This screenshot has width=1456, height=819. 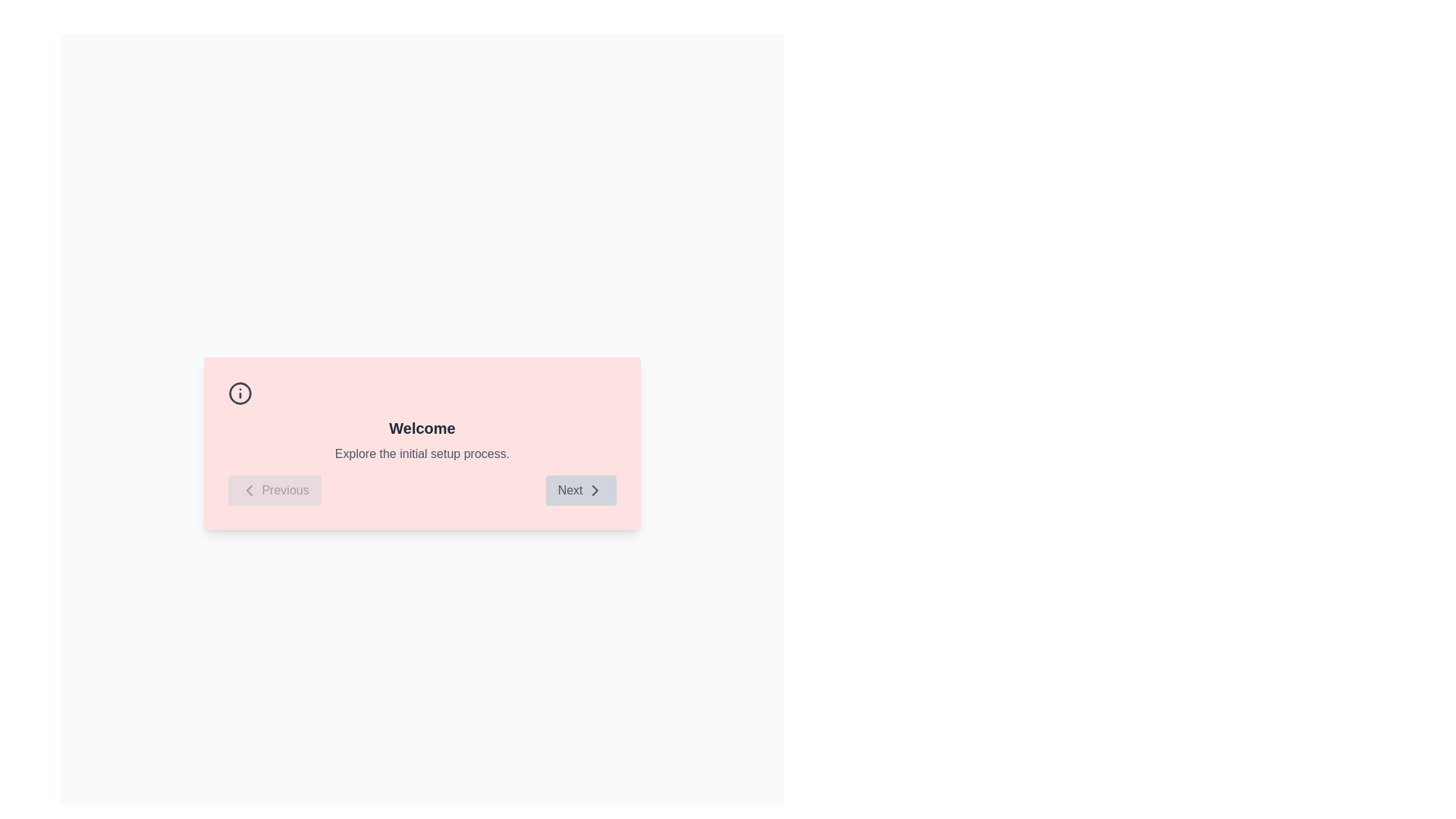 I want to click on the backward navigation icon located in the bottom-left corner of the dialog box, so click(x=249, y=491).